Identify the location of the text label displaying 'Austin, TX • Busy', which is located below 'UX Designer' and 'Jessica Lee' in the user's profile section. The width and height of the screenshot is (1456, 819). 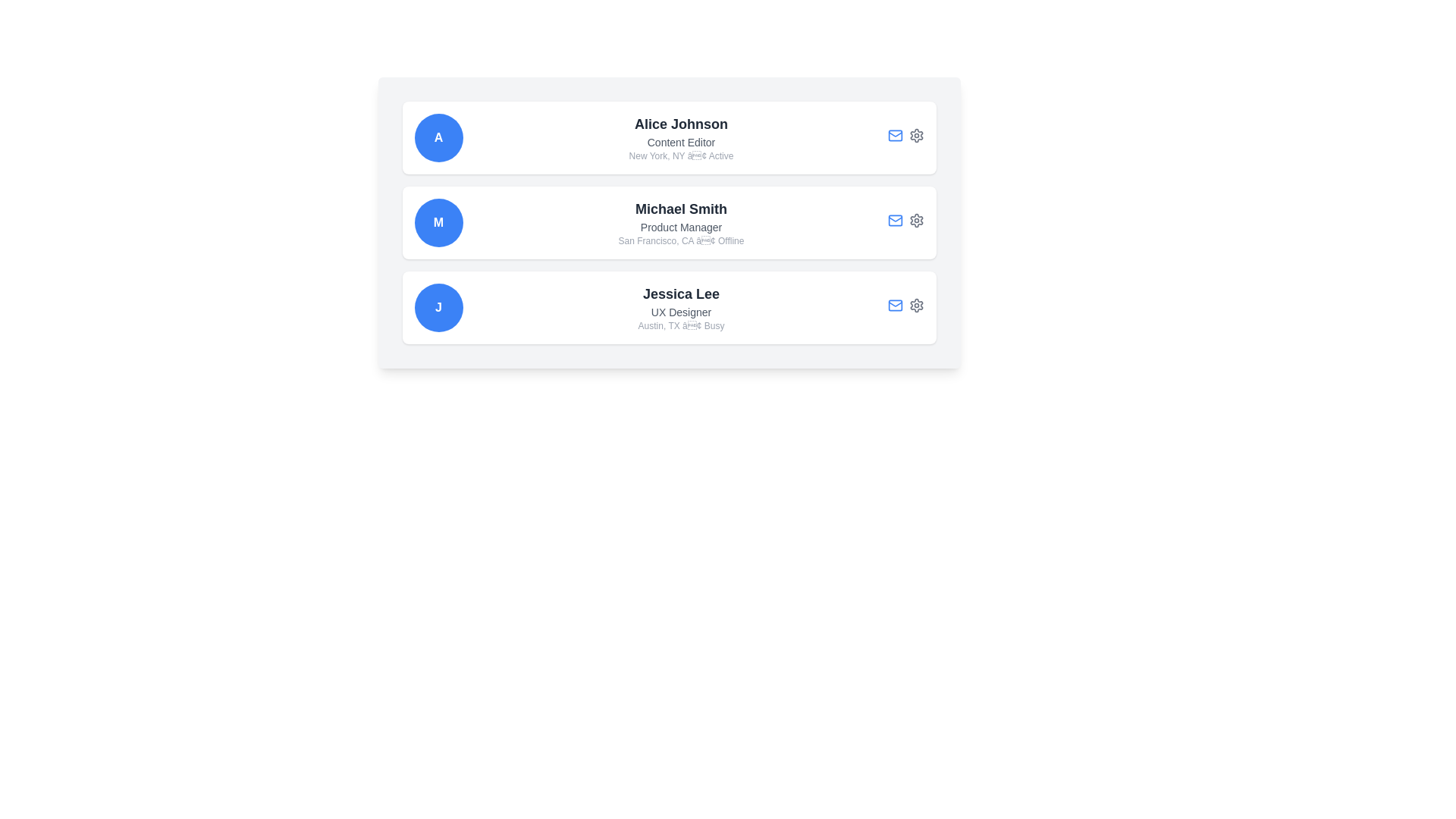
(680, 325).